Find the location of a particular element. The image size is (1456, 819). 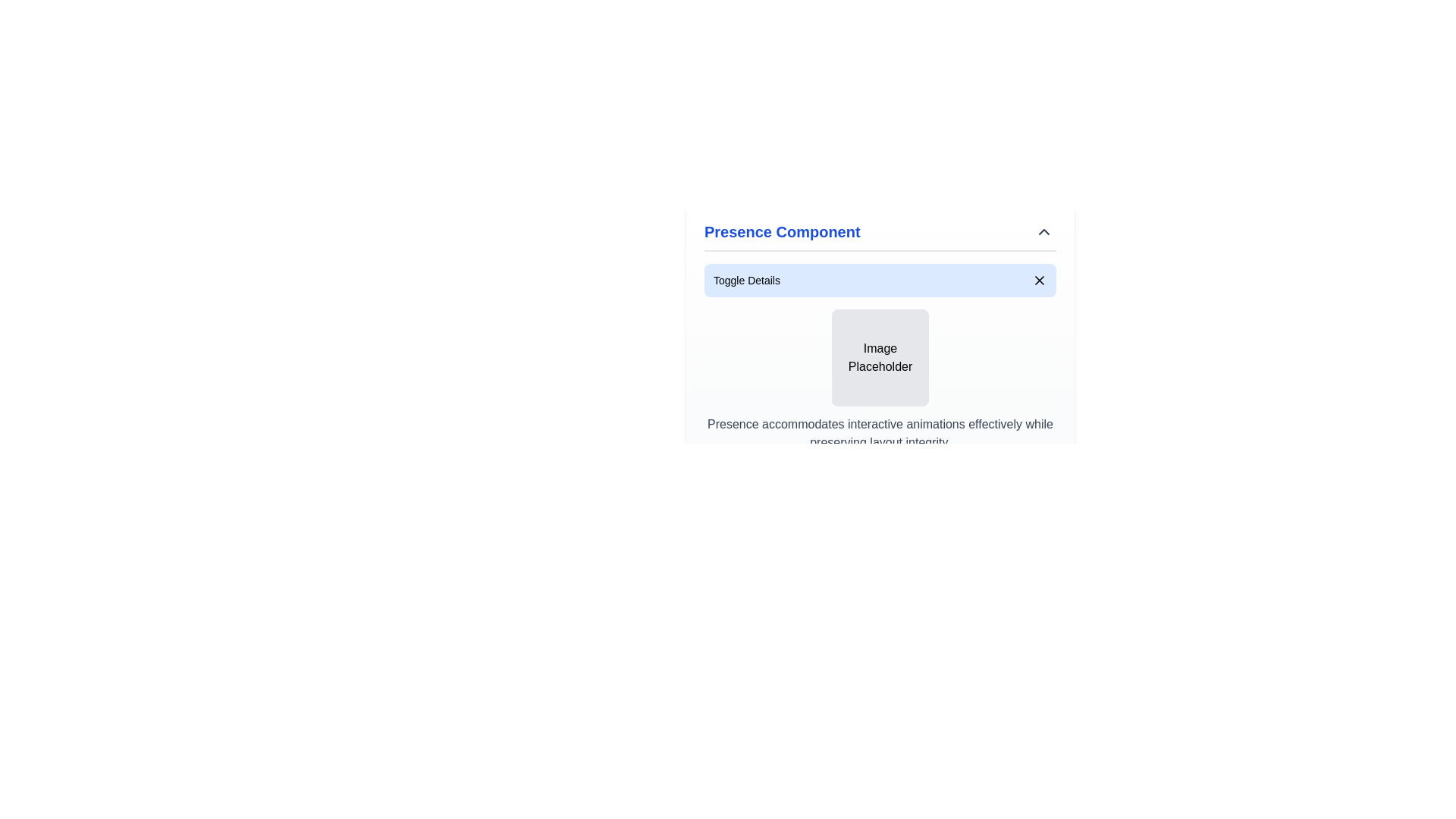

the 'Toggle Details' text label is located at coordinates (746, 281).